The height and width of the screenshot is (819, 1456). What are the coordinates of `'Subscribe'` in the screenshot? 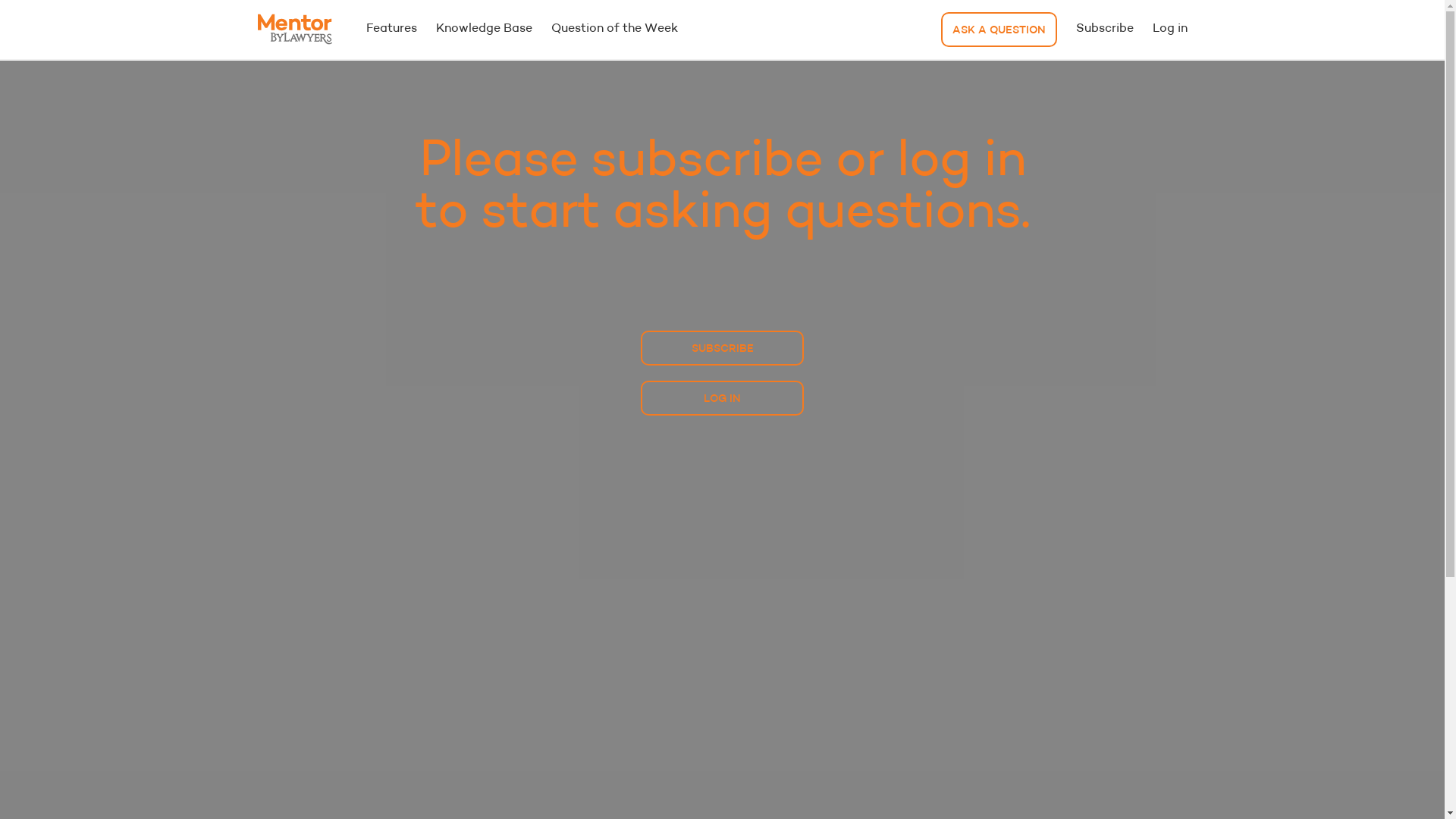 It's located at (1074, 29).